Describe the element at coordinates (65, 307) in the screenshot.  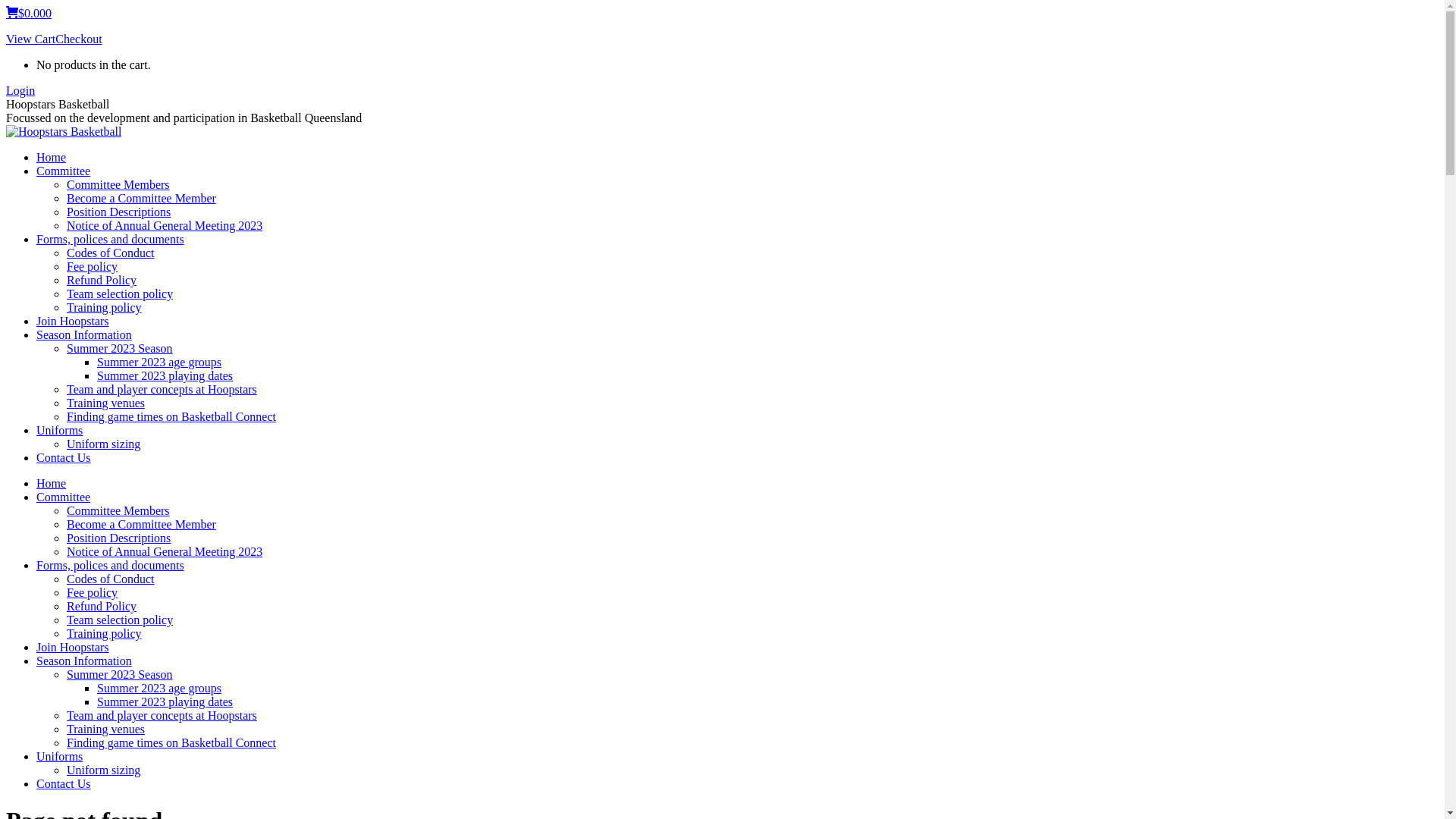
I see `'Training policy'` at that location.